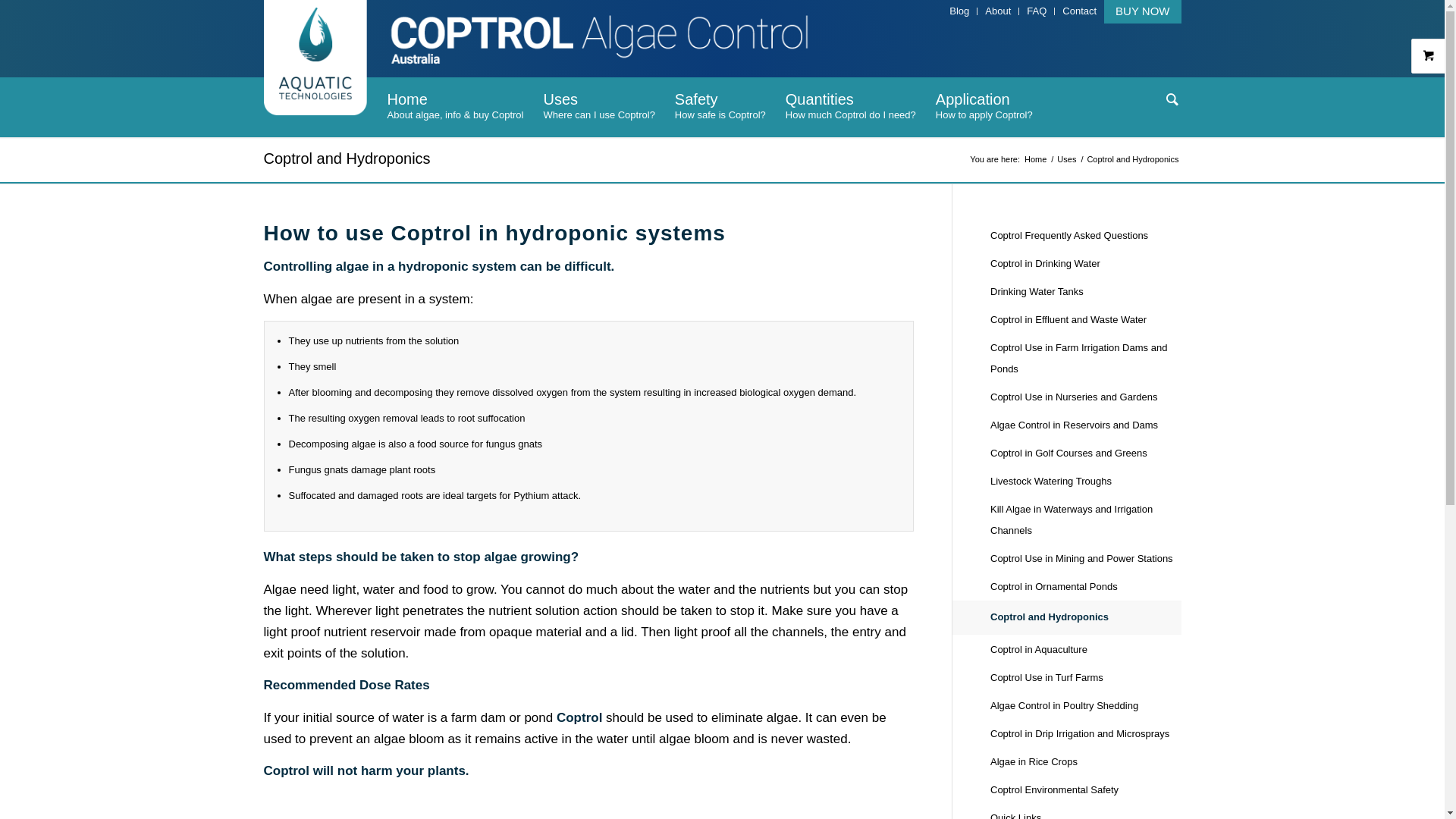 The image size is (1456, 819). Describe the element at coordinates (1084, 482) in the screenshot. I see `'Livestock Watering Troughs'` at that location.